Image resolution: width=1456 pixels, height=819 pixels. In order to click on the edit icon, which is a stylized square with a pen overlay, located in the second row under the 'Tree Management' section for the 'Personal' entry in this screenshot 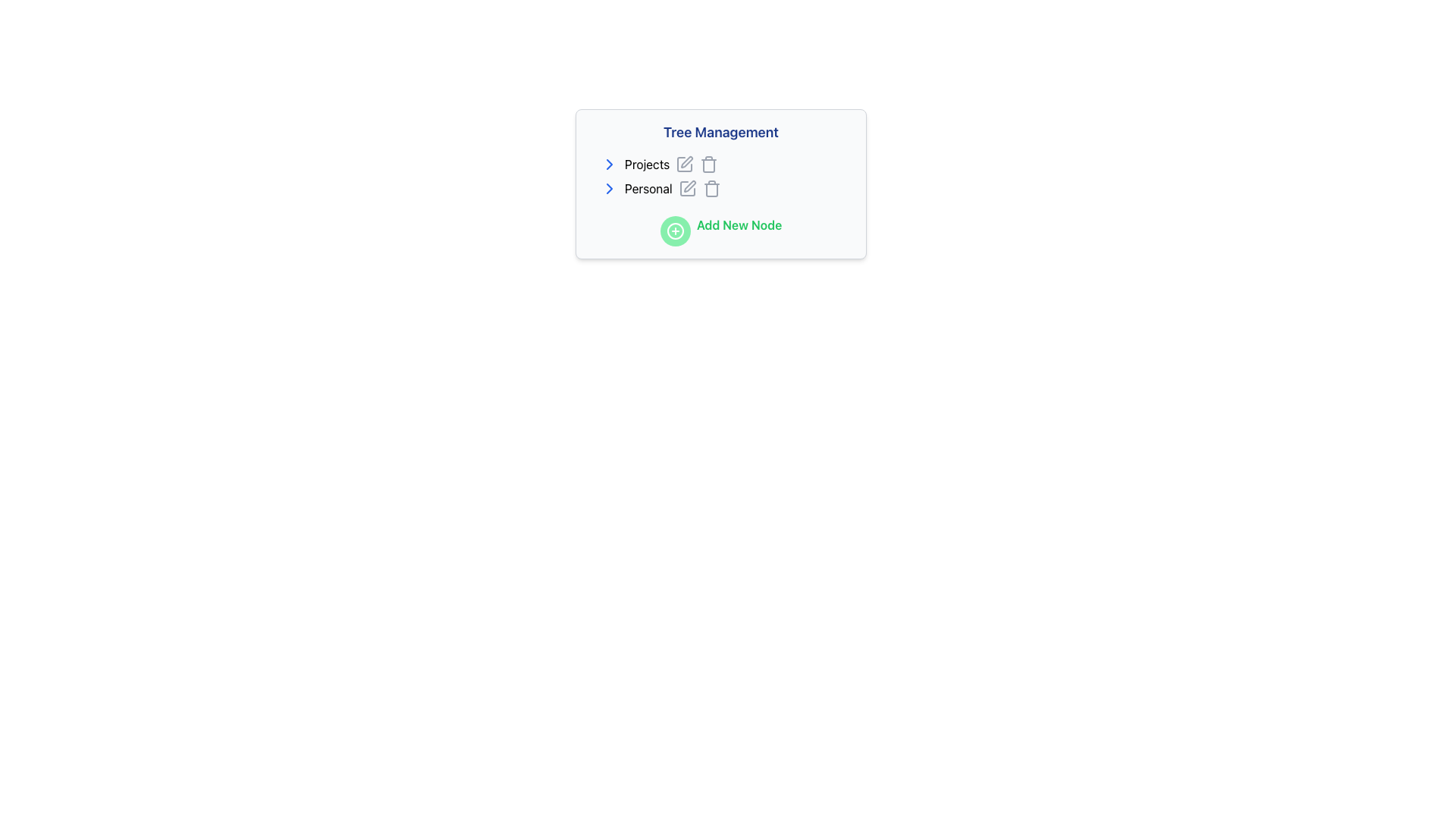, I will do `click(686, 188)`.